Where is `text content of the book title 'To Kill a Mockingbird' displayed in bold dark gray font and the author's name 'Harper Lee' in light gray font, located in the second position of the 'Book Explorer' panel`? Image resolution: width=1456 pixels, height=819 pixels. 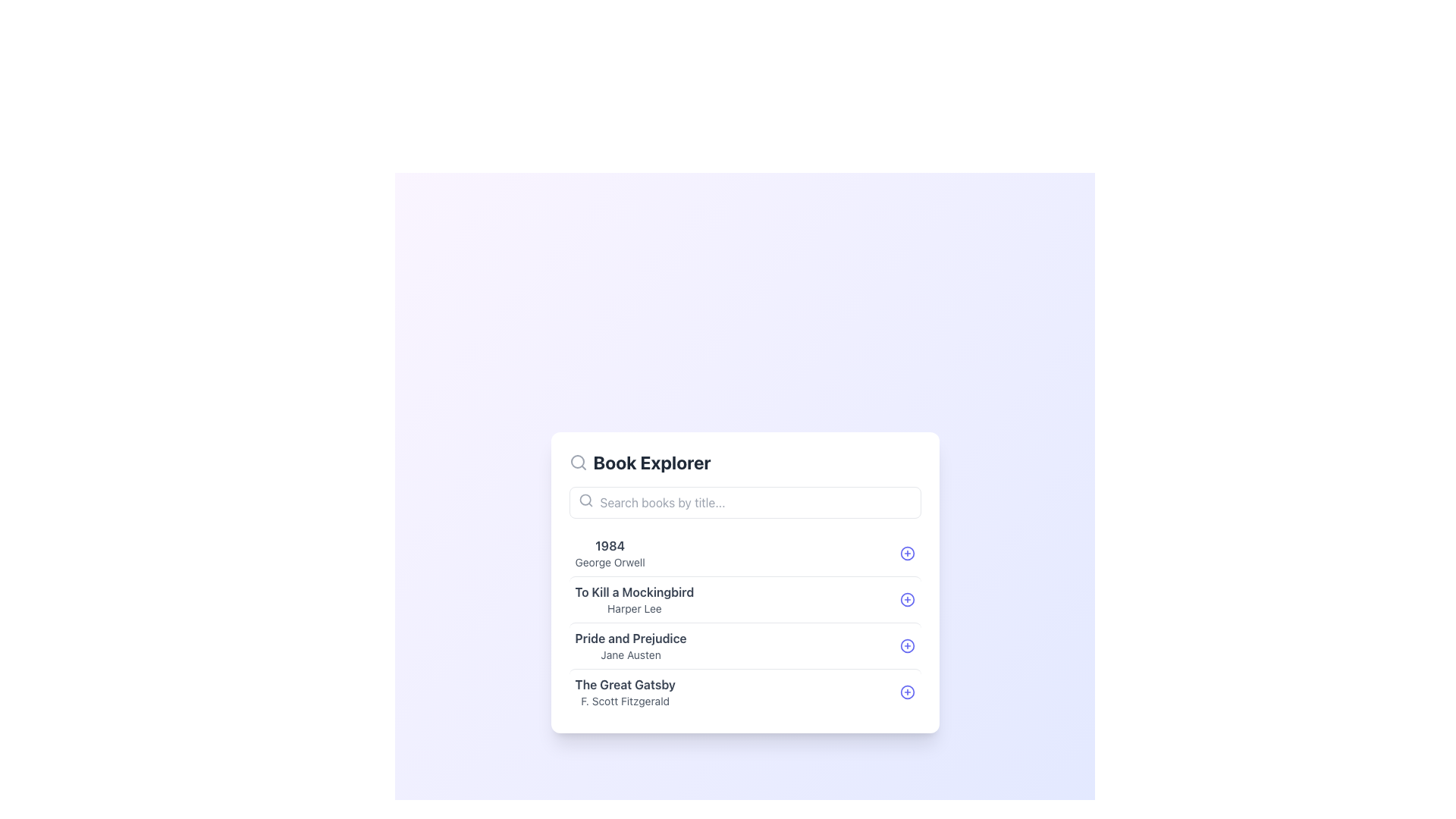 text content of the book title 'To Kill a Mockingbird' displayed in bold dark gray font and the author's name 'Harper Lee' in light gray font, located in the second position of the 'Book Explorer' panel is located at coordinates (634, 598).